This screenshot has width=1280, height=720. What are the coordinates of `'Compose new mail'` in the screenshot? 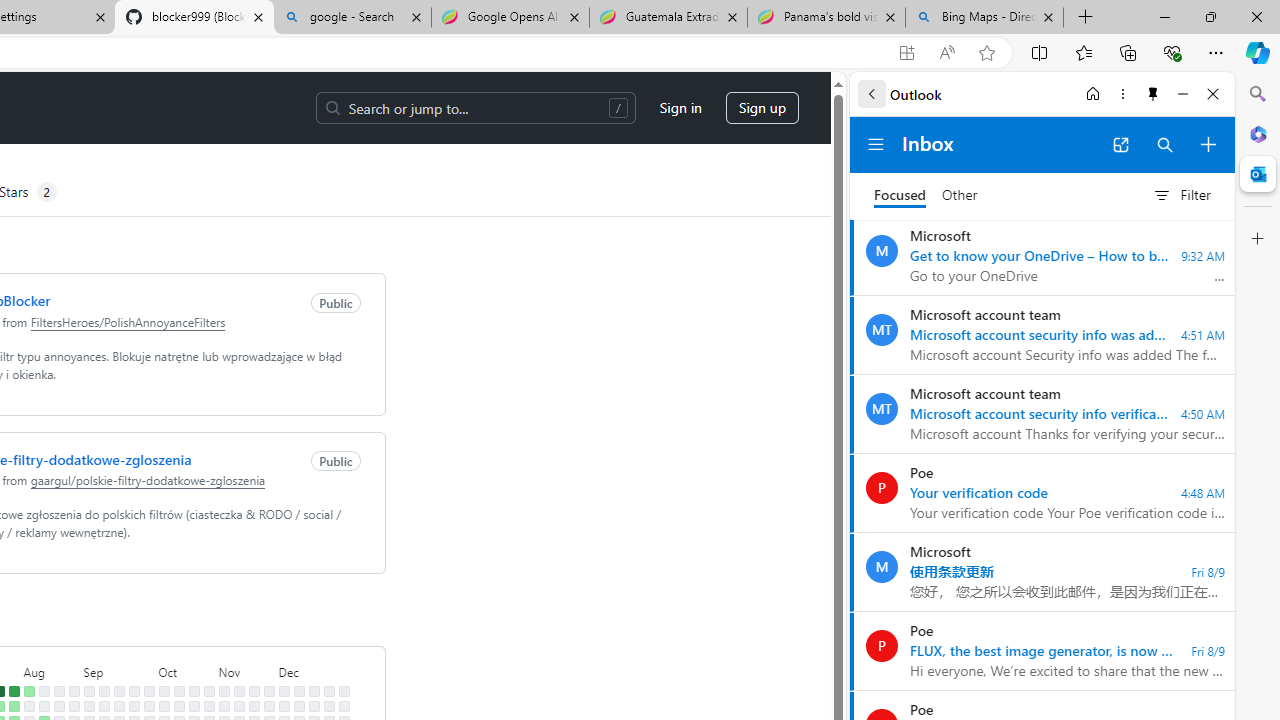 It's located at (1207, 144).